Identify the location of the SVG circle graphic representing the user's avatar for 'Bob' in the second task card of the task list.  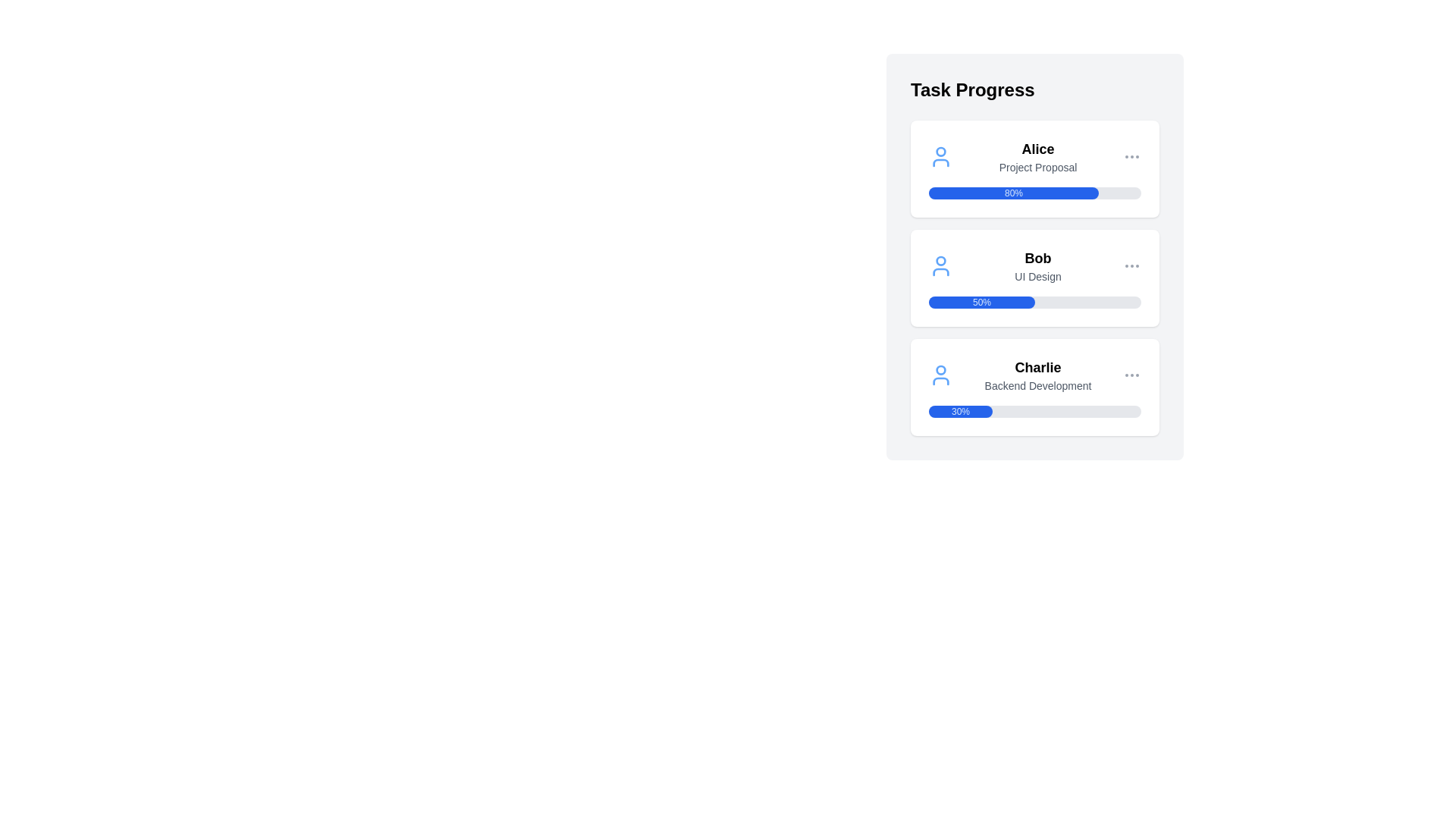
(940, 259).